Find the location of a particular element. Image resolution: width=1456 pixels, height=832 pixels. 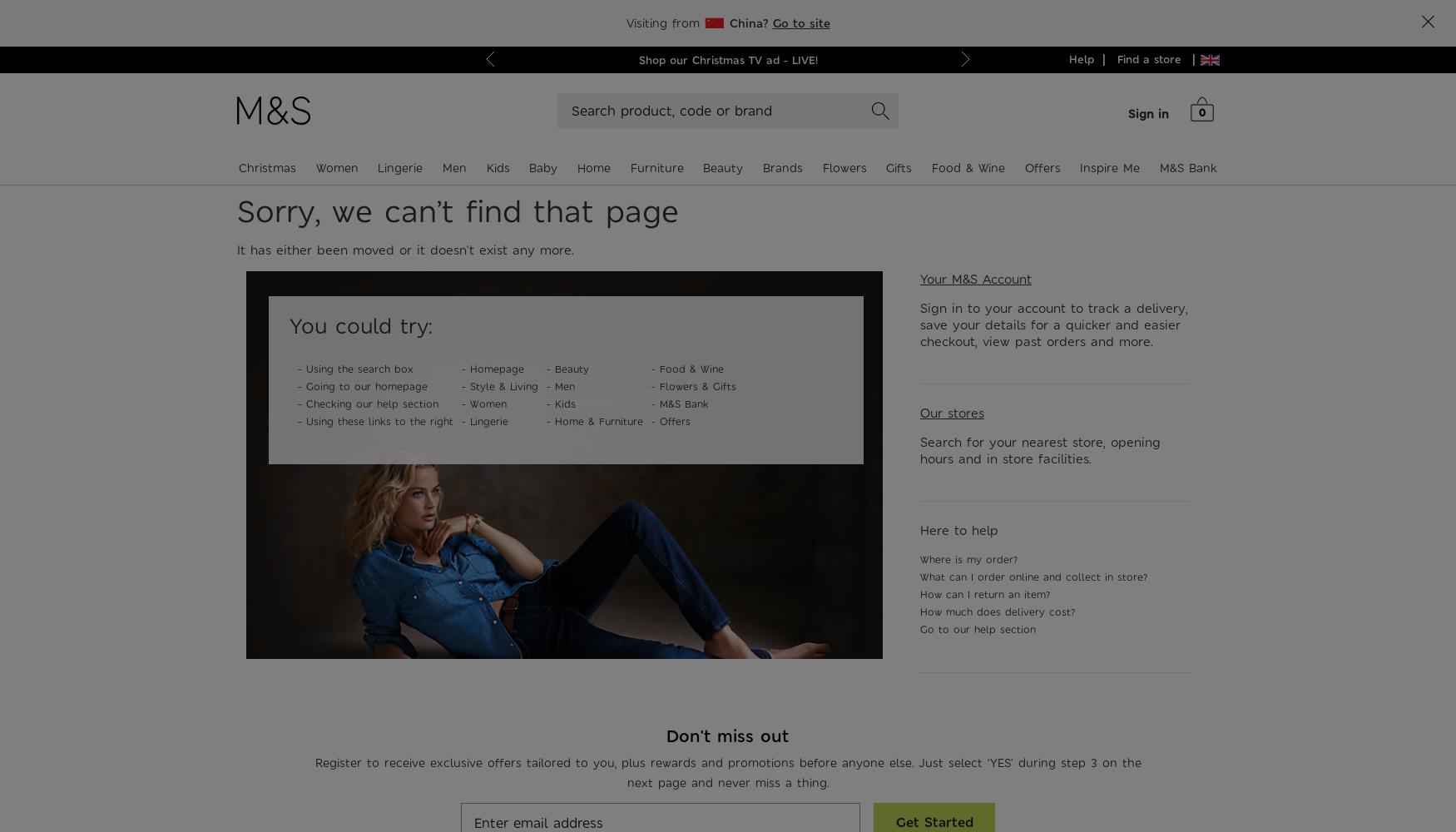

'Help' is located at coordinates (1081, 58).